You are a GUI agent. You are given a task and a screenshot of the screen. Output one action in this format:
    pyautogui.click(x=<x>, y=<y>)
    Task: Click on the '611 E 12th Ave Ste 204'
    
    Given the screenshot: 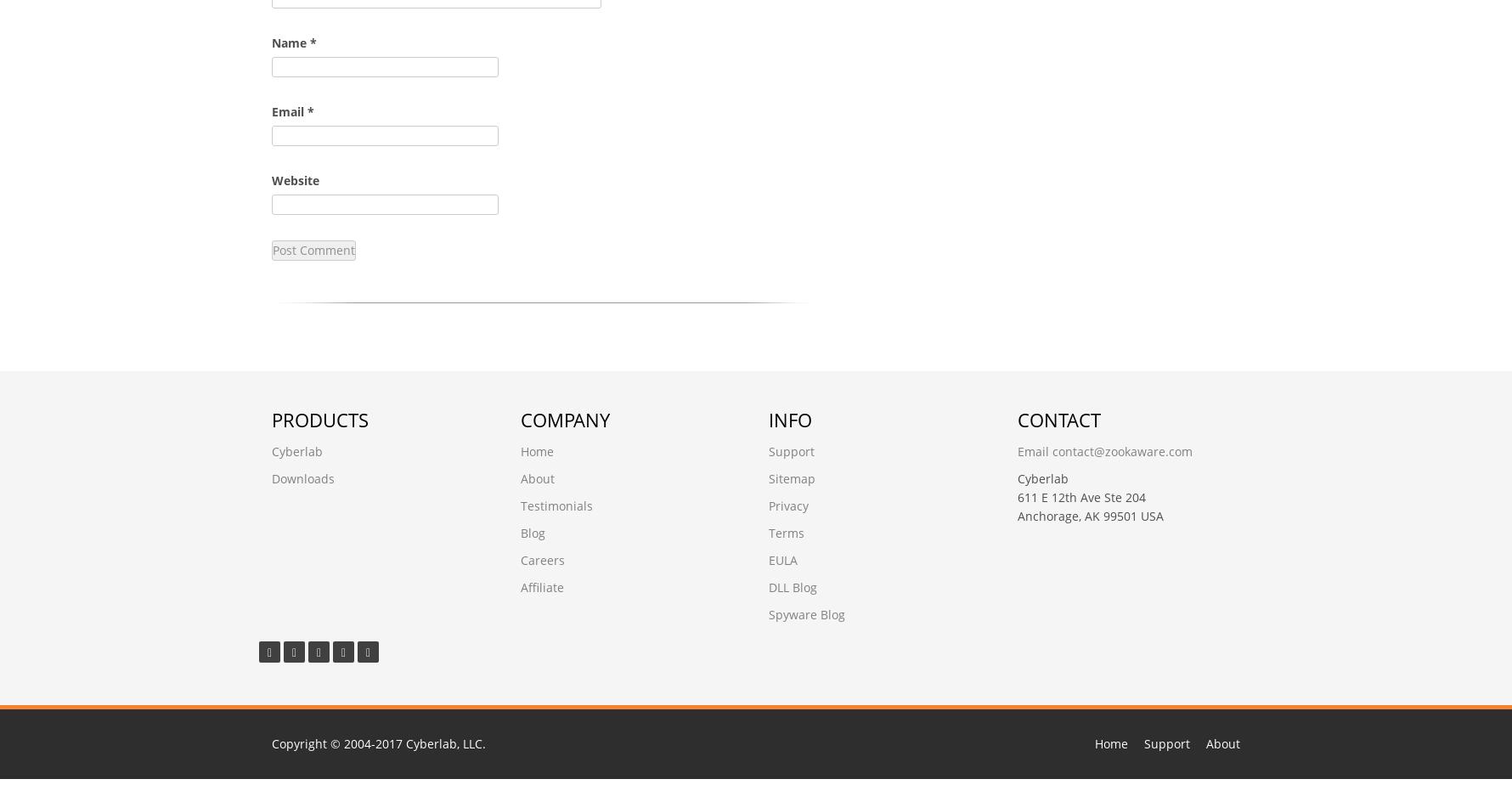 What is the action you would take?
    pyautogui.click(x=1080, y=496)
    